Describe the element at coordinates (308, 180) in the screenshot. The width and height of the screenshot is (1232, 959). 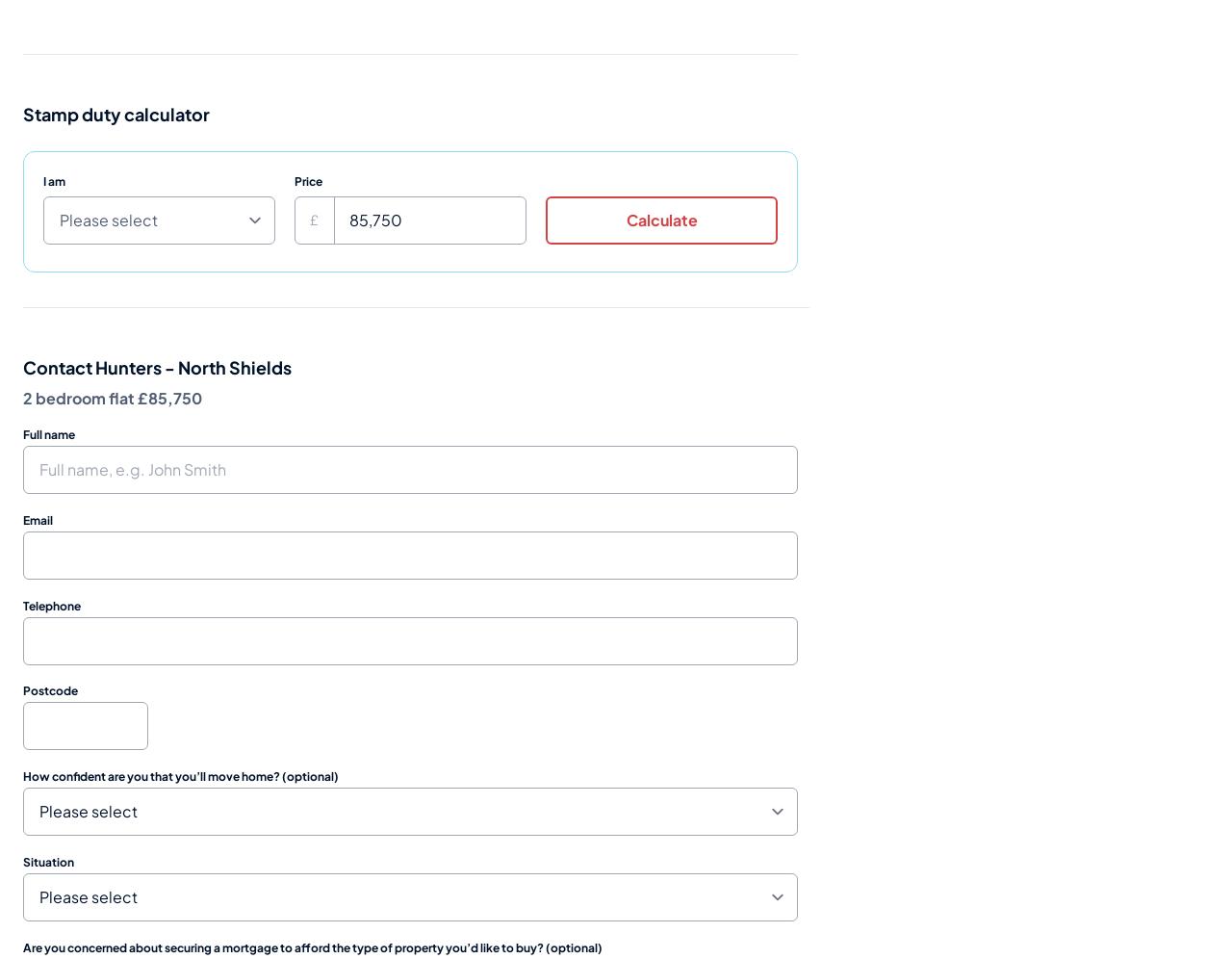
I see `'Price'` at that location.